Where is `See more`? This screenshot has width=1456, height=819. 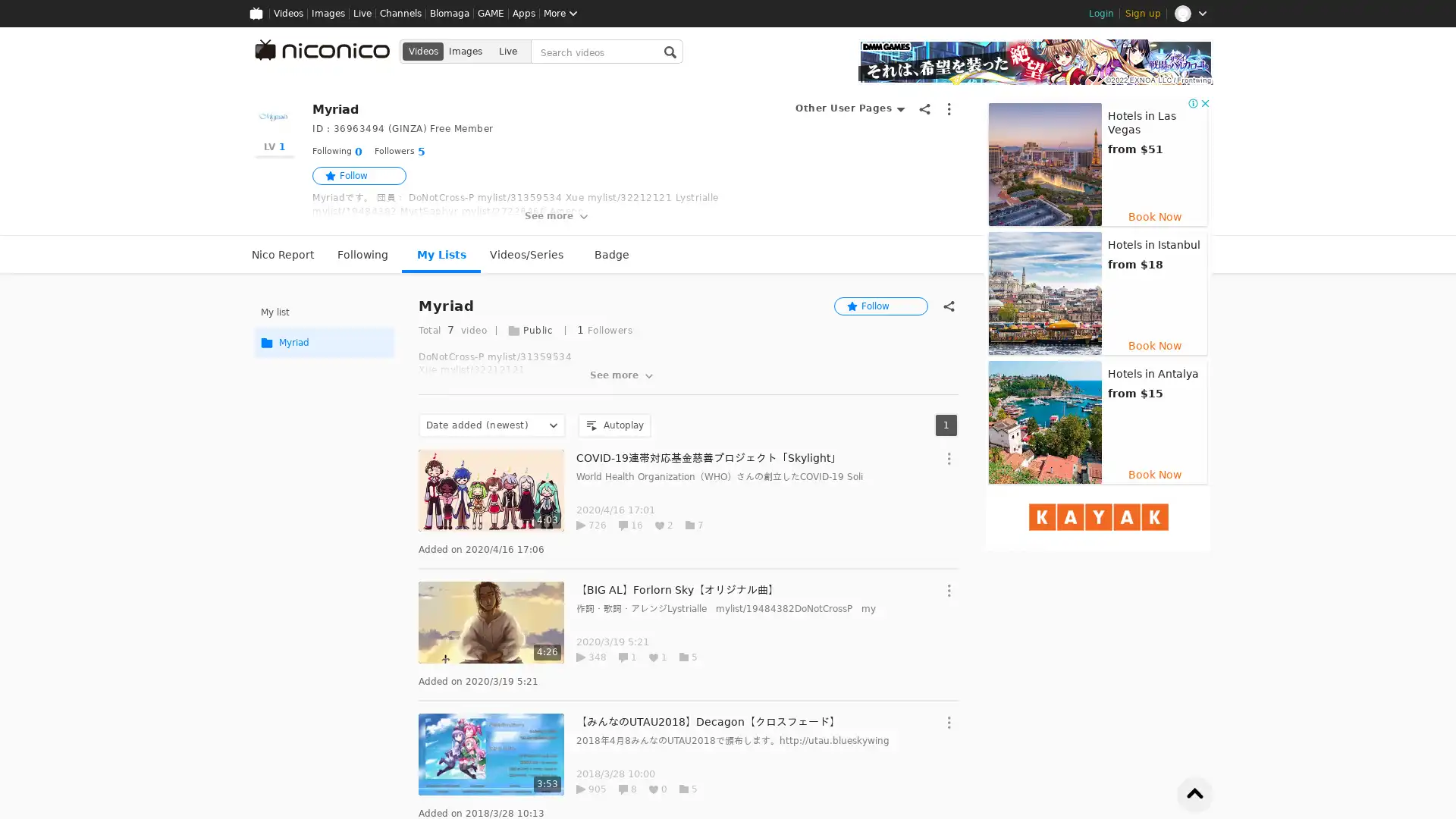
See more is located at coordinates (623, 375).